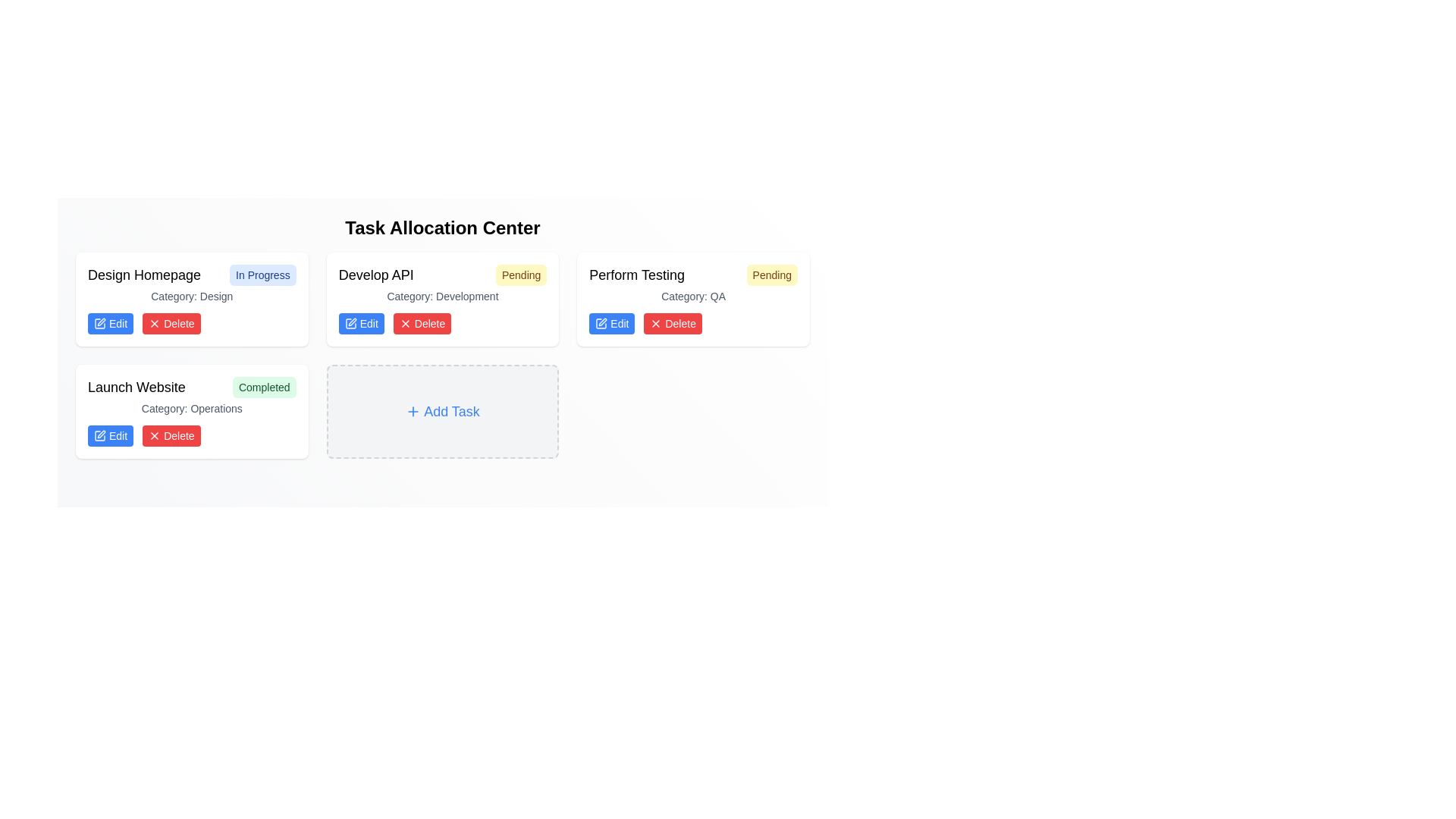 The image size is (1456, 819). Describe the element at coordinates (772, 275) in the screenshot. I see `the rectangular badge-like component with a light yellow background and the text 'Pending' in a bold, dark yellow font, located in the upper right corner of the 'Perform Testing' task card` at that location.